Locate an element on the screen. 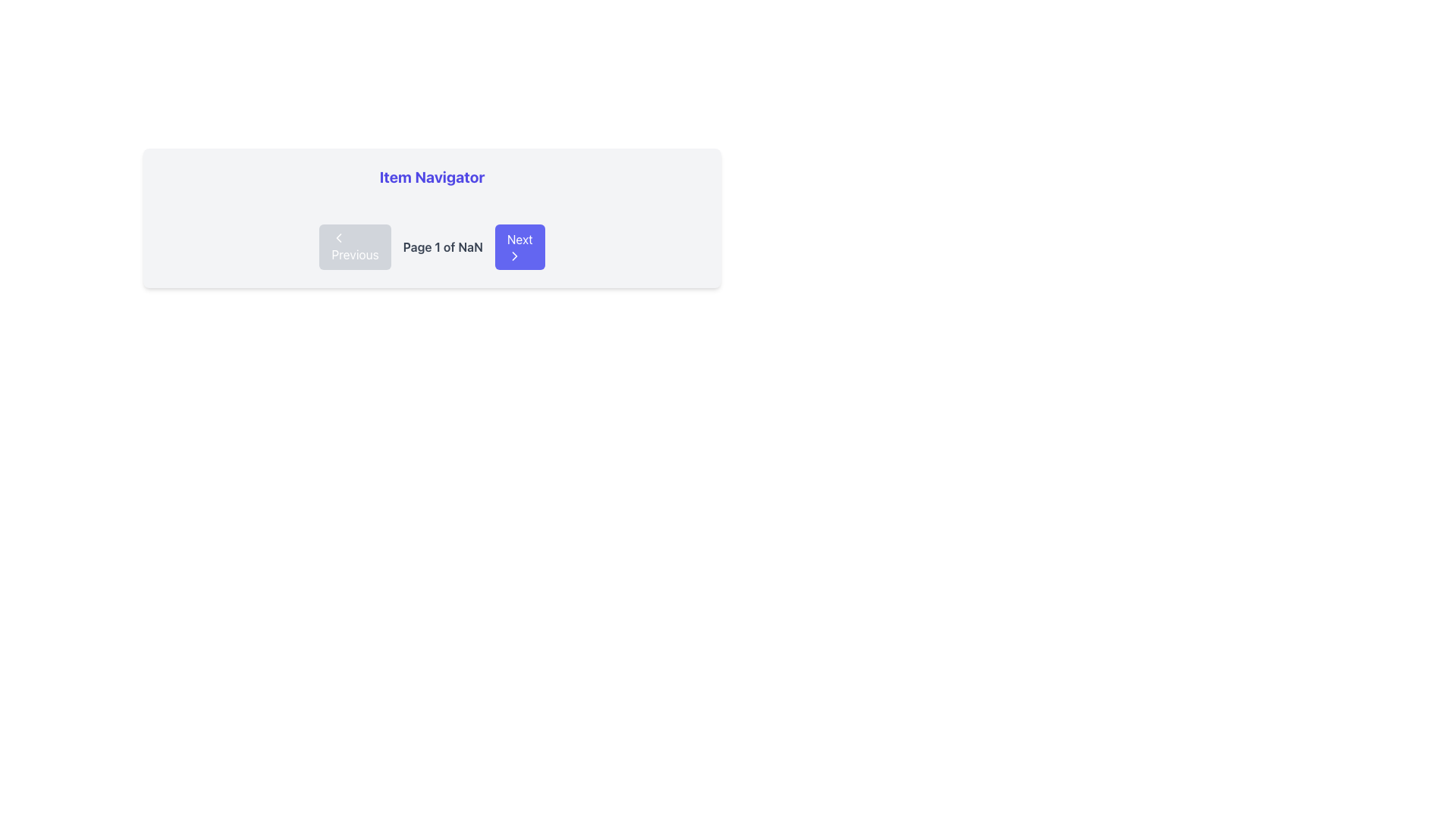 This screenshot has width=1456, height=819. the right-pointing chevron arrow icon within the 'Next' button located in the lower right portion of the control panel is located at coordinates (514, 256).